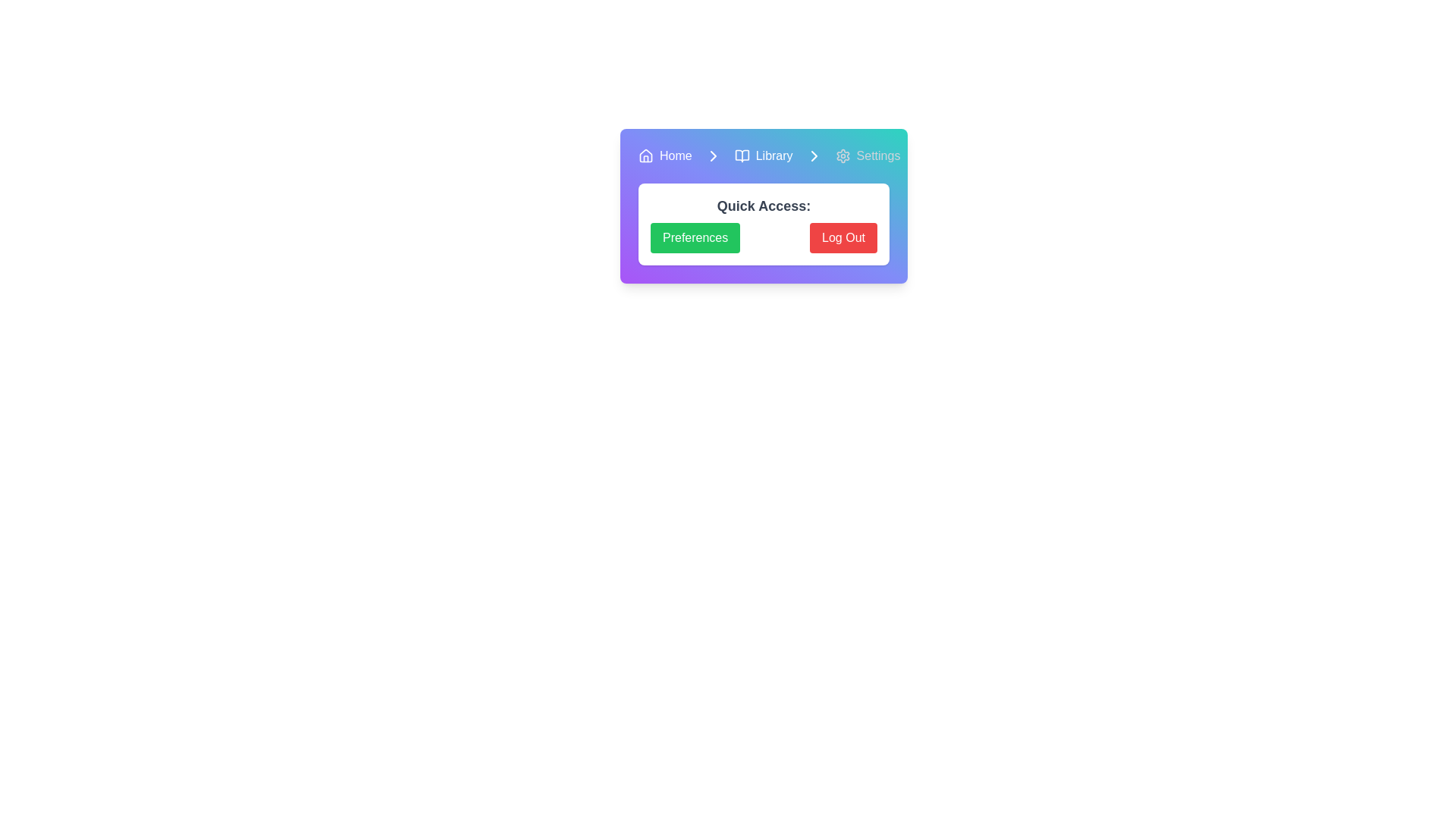  What do you see at coordinates (742, 155) in the screenshot?
I see `the 'Library' icon in the navigation bar` at bounding box center [742, 155].